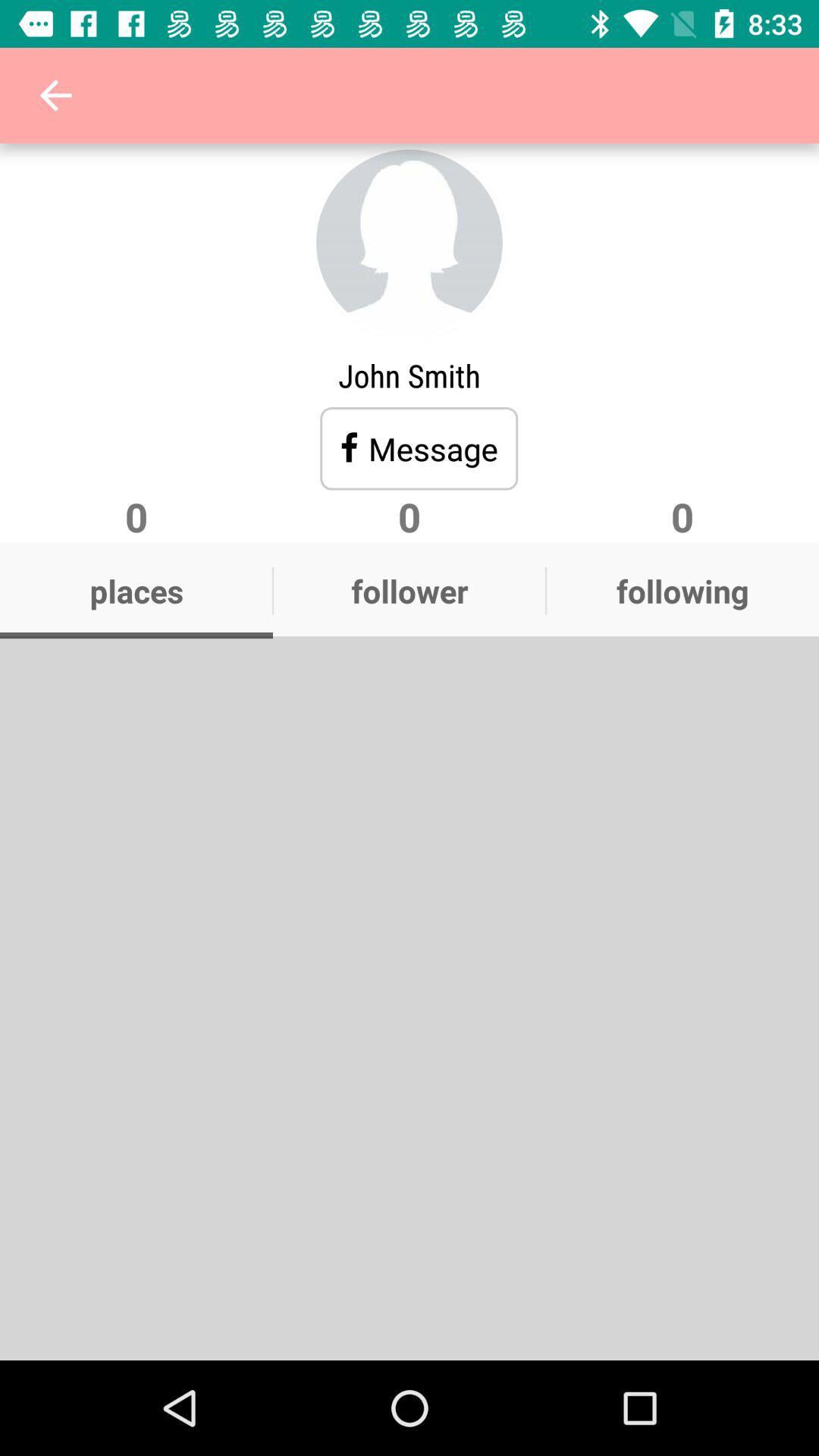 The width and height of the screenshot is (819, 1456). I want to click on follower, so click(409, 589).